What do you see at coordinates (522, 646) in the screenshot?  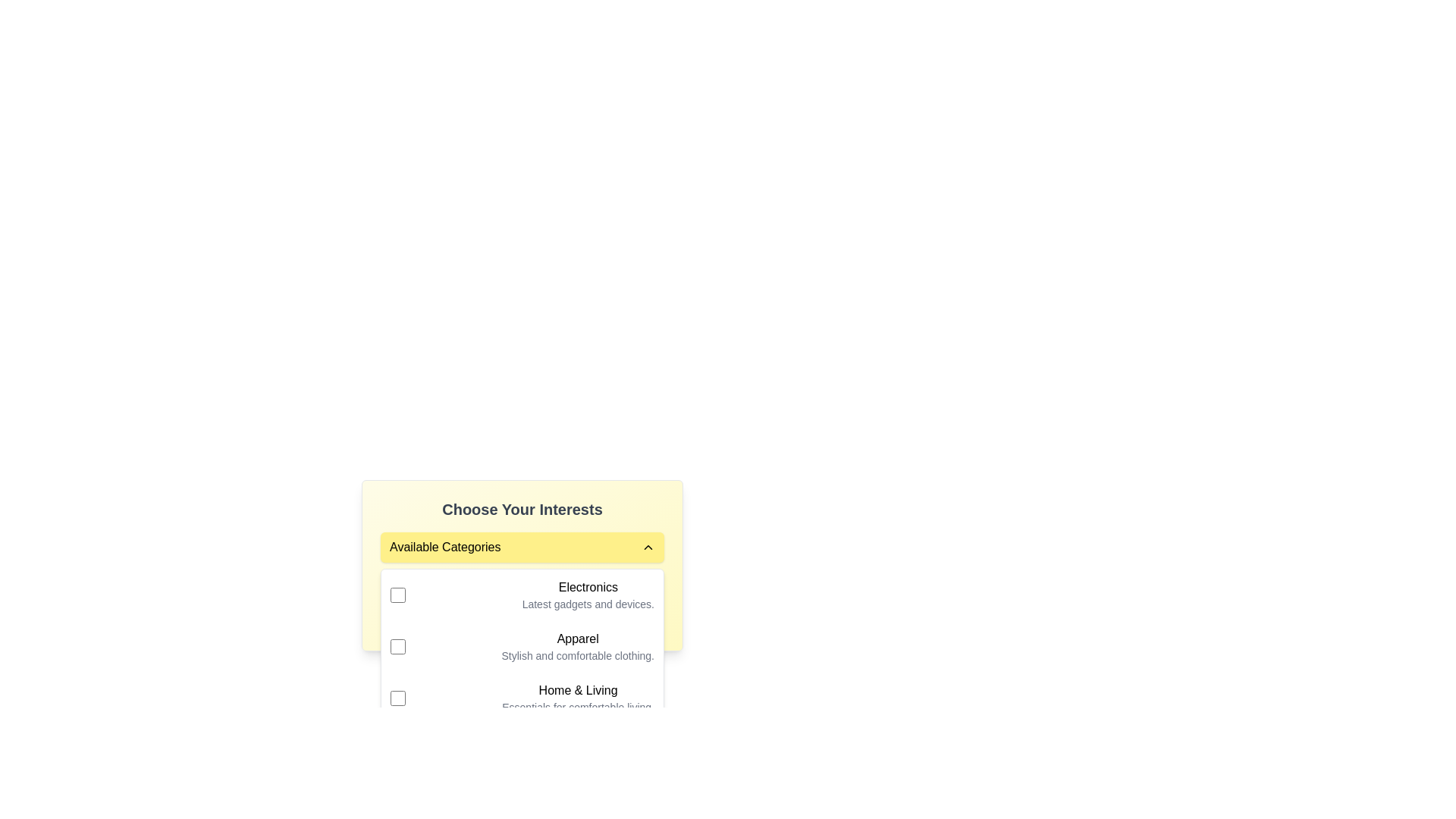 I see `the 'Apparel' category selection item in the dropdown menu` at bounding box center [522, 646].